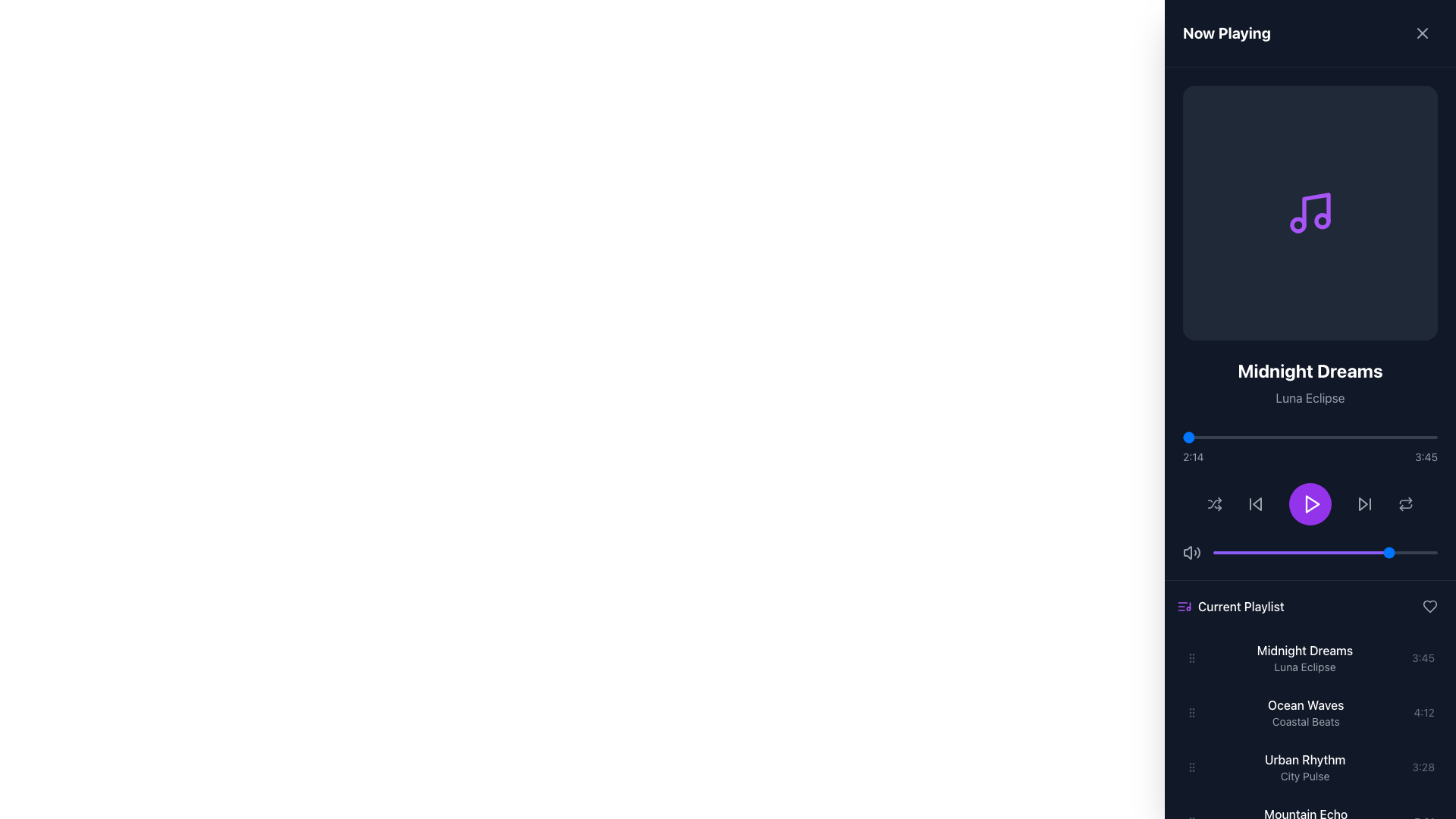  Describe the element at coordinates (1310, 444) in the screenshot. I see `the progress bar with time indicators located below the song title 'Midnight Dreams' and artist name 'Luna Eclipse'` at that location.